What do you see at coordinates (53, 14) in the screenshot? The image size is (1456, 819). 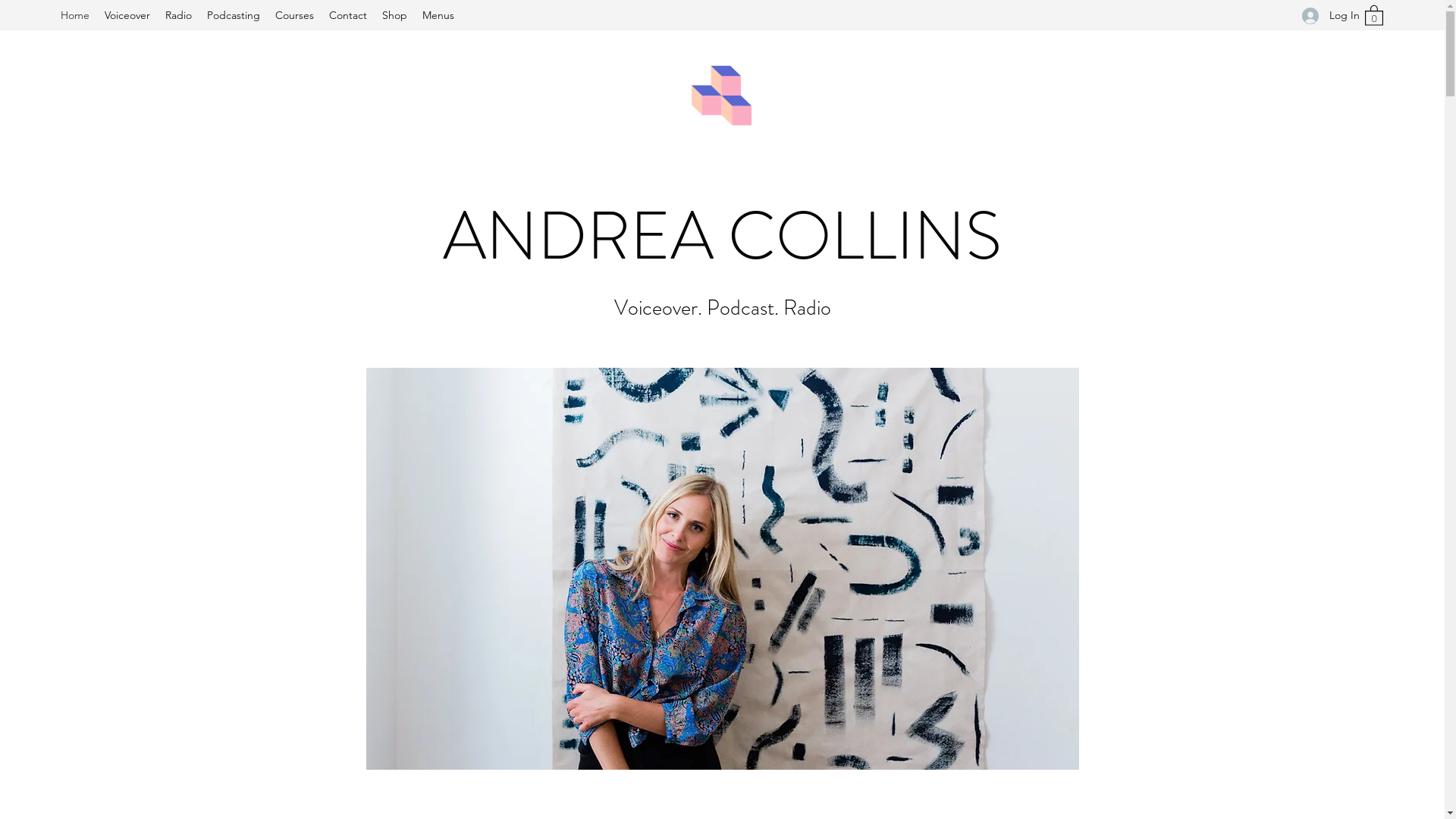 I see `'Home'` at bounding box center [53, 14].